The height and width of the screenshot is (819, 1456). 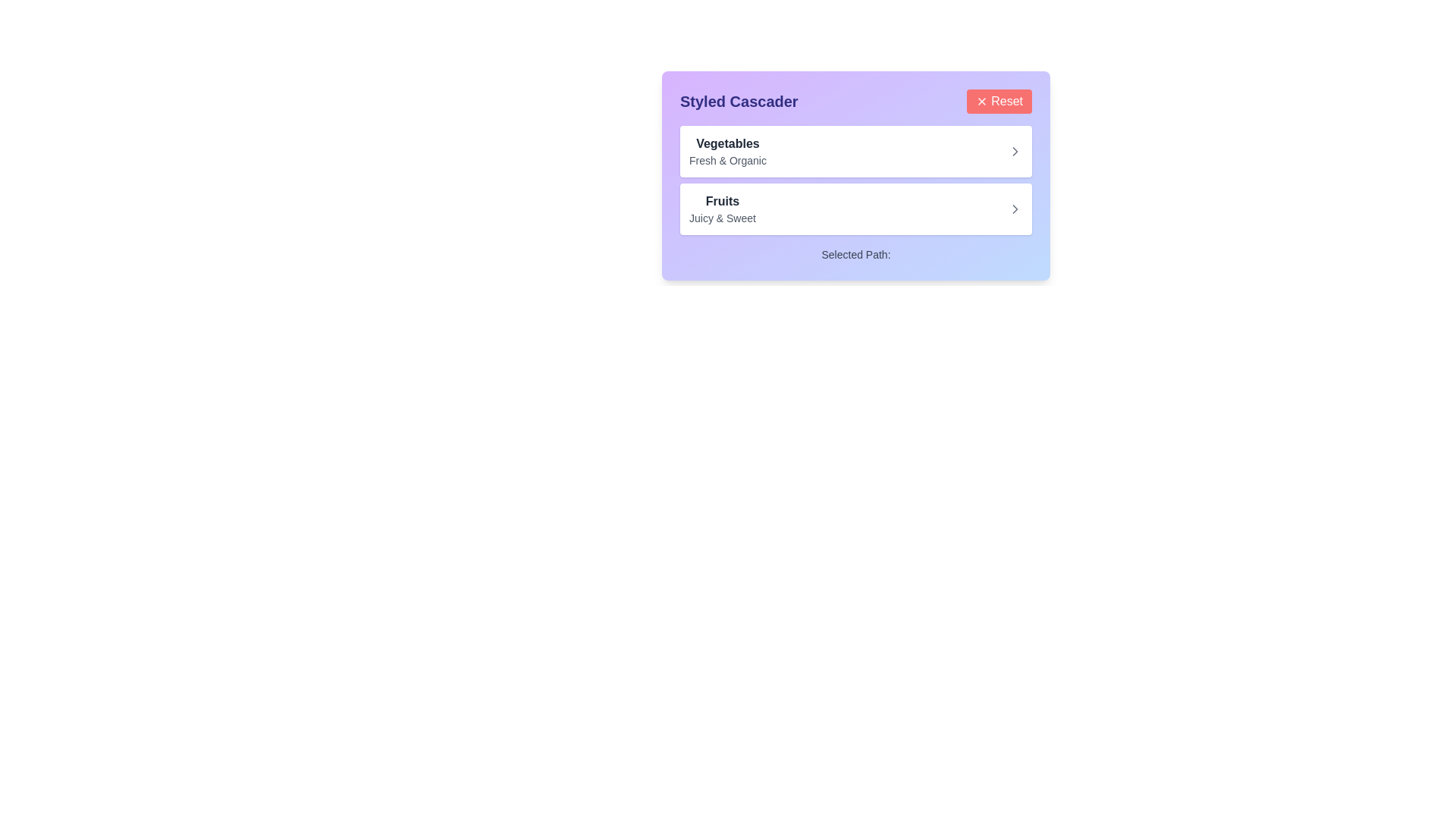 What do you see at coordinates (1015, 209) in the screenshot?
I see `the right-pointing chevron icon, which is styled in gray and located to the right of the text 'Juicy & Sweet'` at bounding box center [1015, 209].